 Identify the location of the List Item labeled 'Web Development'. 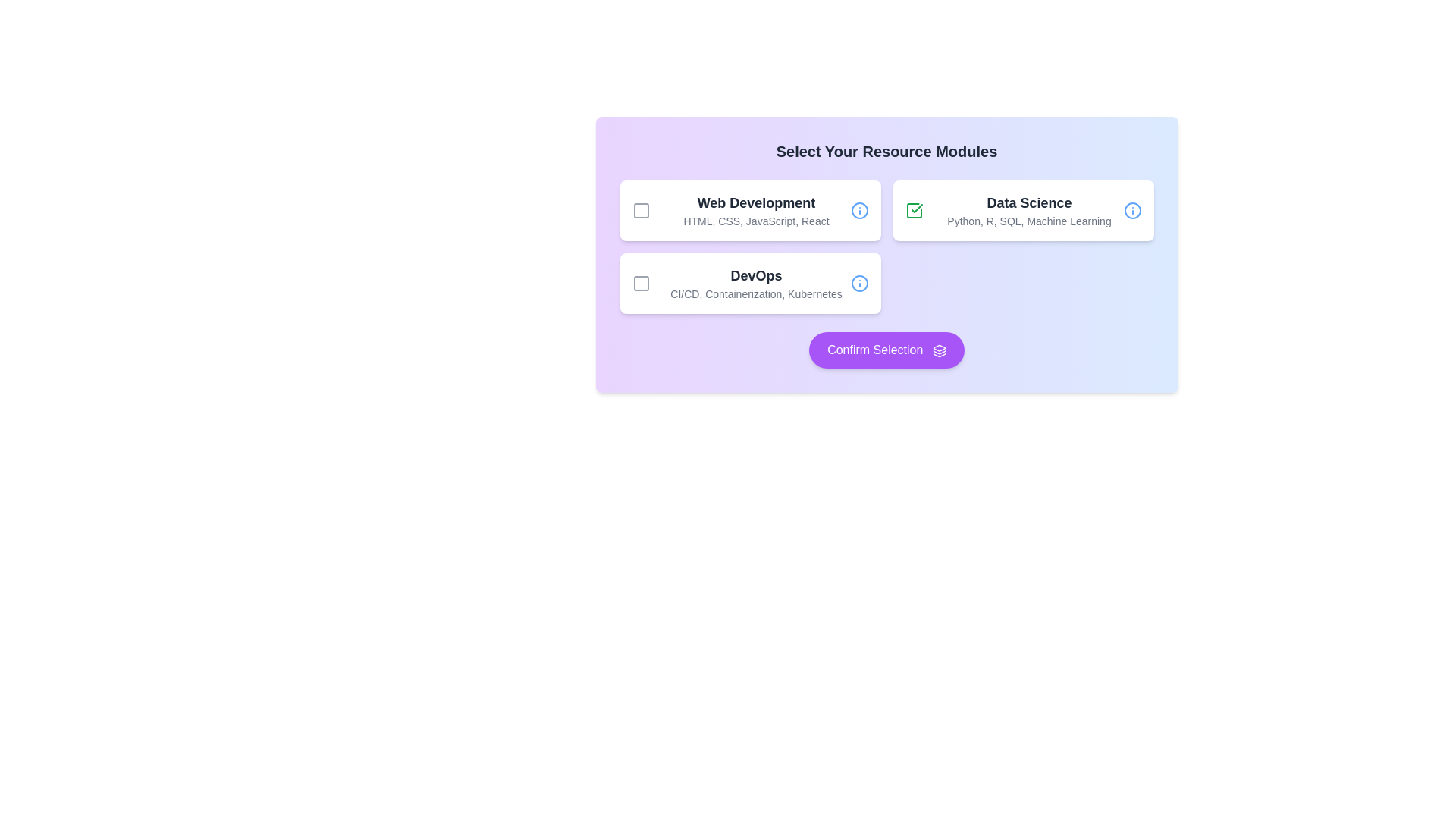
(750, 210).